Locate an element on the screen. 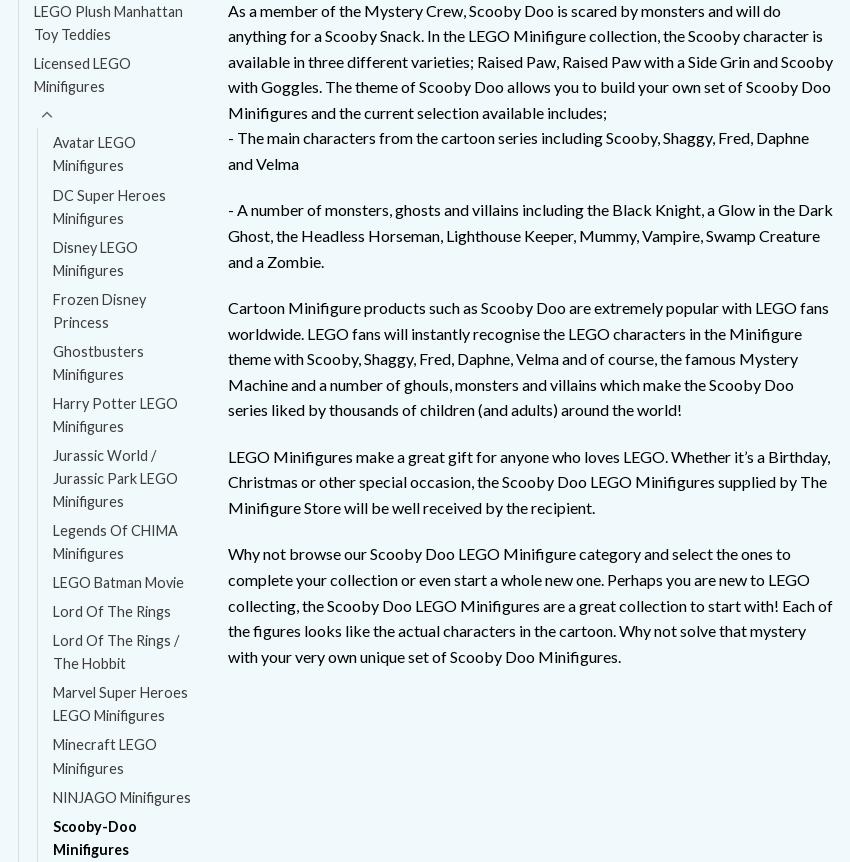  '- A number of monsters, ghosts and villains including the Black Knight, a Glow in the Dark Ghost, the Headless Horseman, Lighthouse Keeper, Mummy, Vampire, Swamp Creature and a Zombie.' is located at coordinates (528, 233).